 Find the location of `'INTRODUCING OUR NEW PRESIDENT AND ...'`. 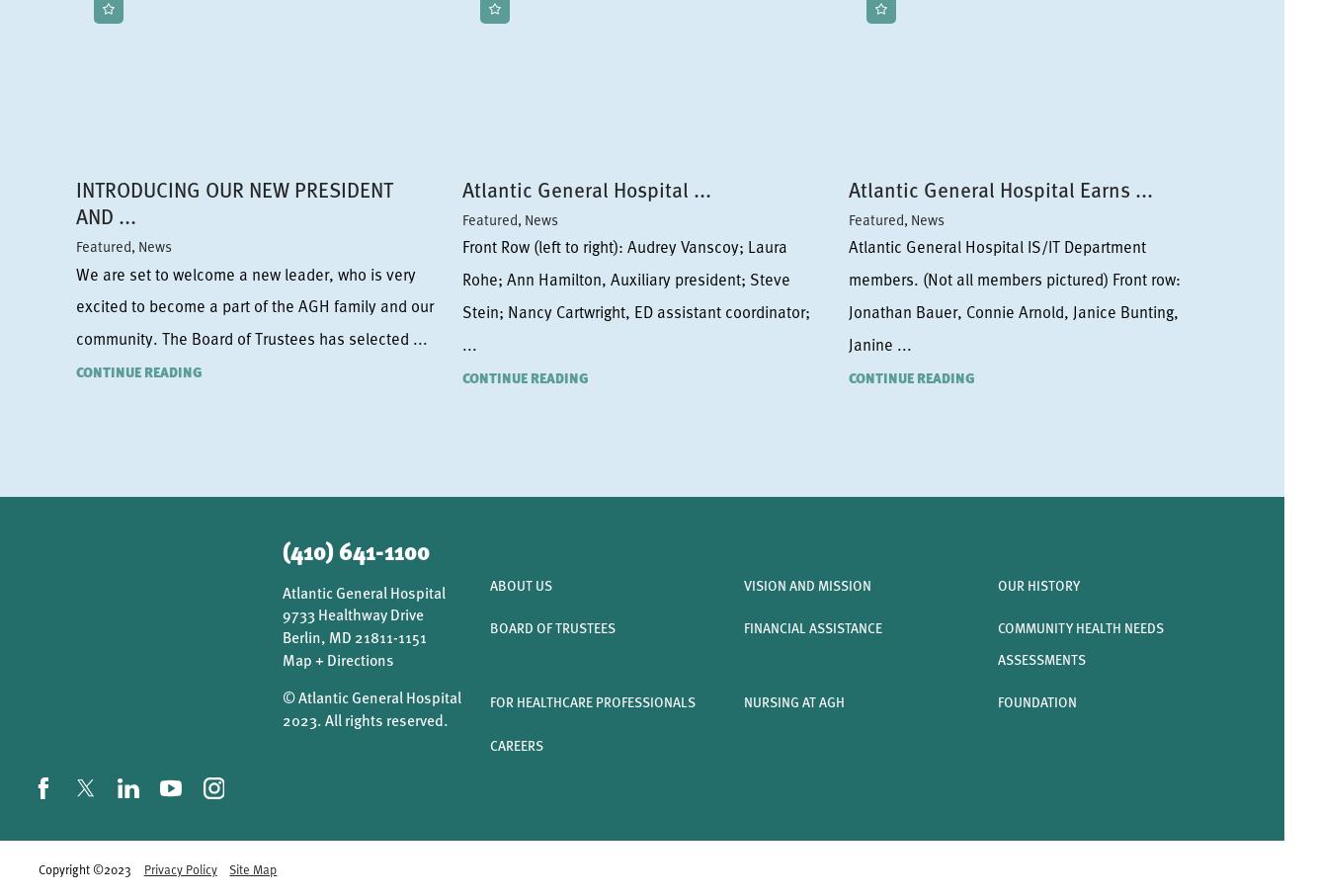

'INTRODUCING OUR NEW PRESIDENT AND ...' is located at coordinates (232, 201).